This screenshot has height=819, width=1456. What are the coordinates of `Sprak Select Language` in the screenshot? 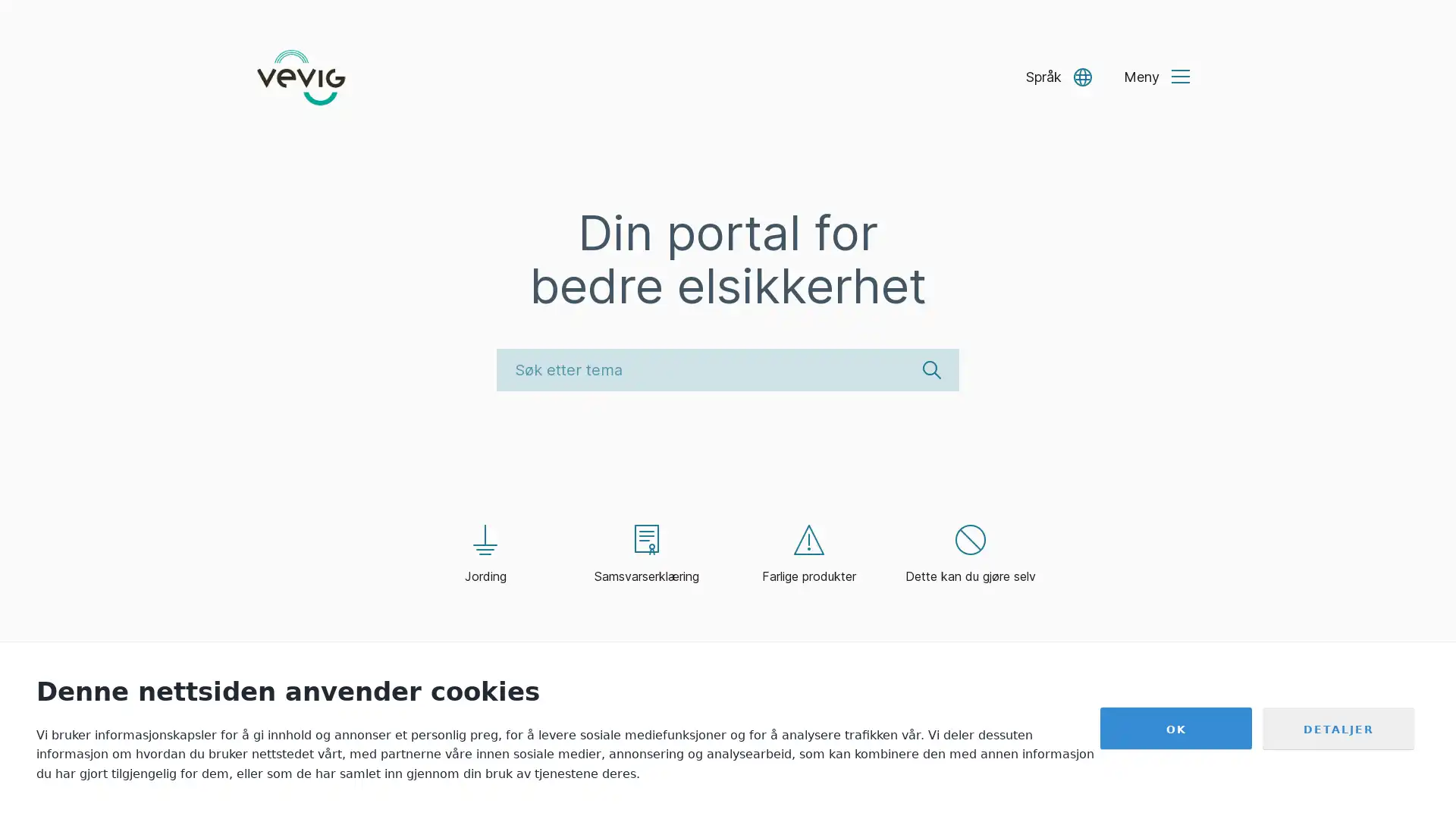 It's located at (1058, 77).